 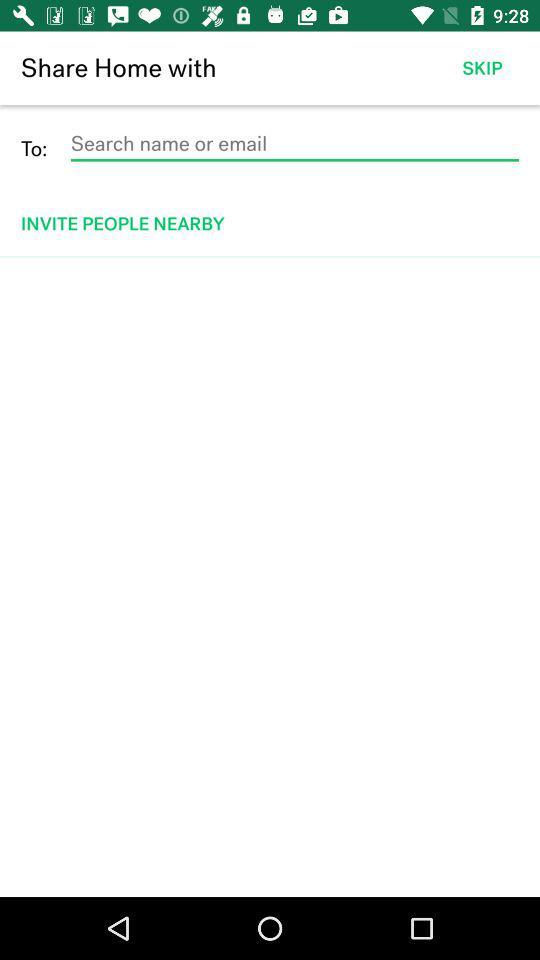 What do you see at coordinates (481, 68) in the screenshot?
I see `the item next to the share home with app` at bounding box center [481, 68].